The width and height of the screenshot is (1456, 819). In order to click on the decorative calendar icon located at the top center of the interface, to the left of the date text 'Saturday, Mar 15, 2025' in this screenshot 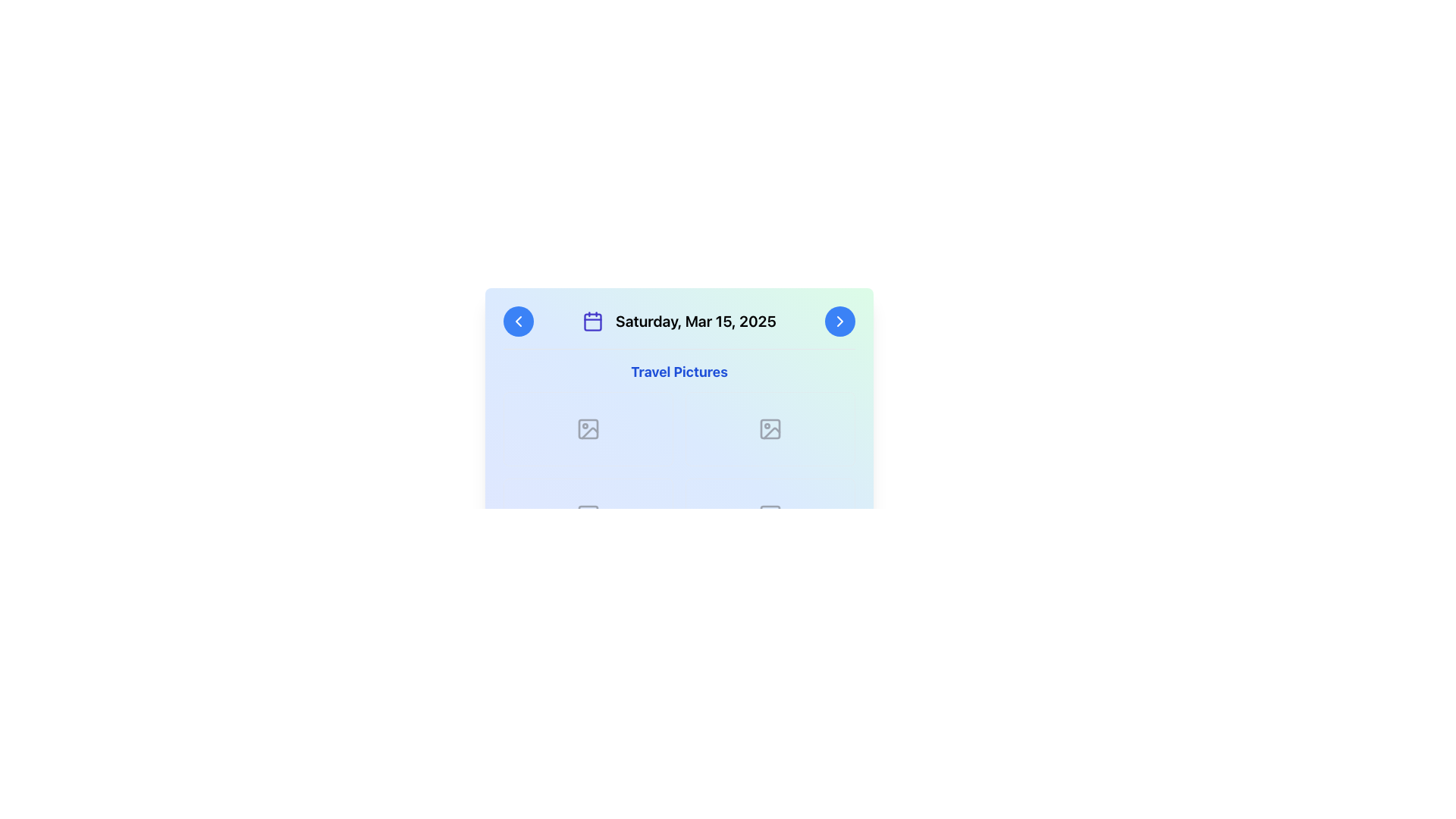, I will do `click(592, 322)`.